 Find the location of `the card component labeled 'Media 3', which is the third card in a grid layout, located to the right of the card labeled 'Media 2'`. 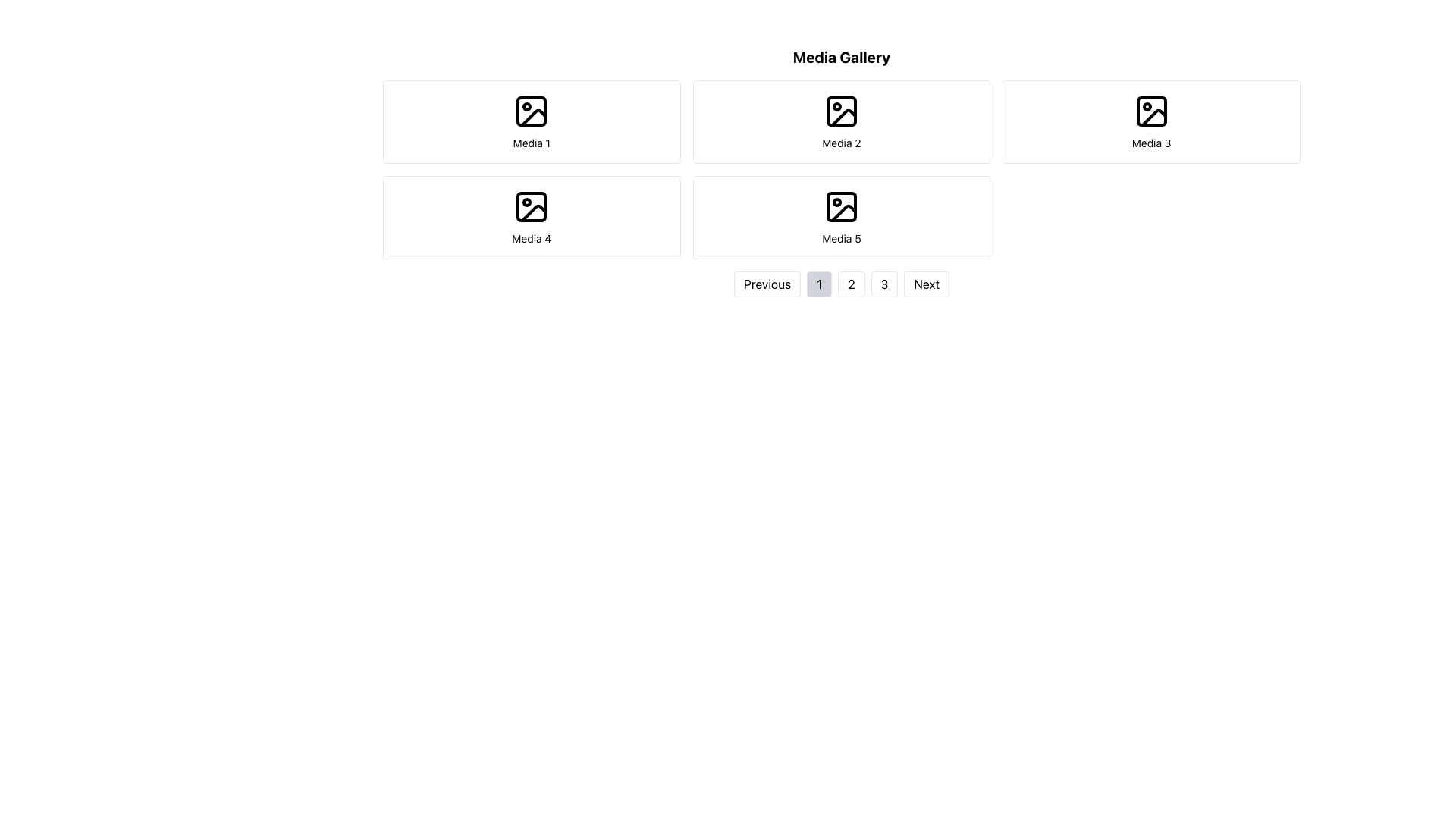

the card component labeled 'Media 3', which is the third card in a grid layout, located to the right of the card labeled 'Media 2' is located at coordinates (1151, 121).